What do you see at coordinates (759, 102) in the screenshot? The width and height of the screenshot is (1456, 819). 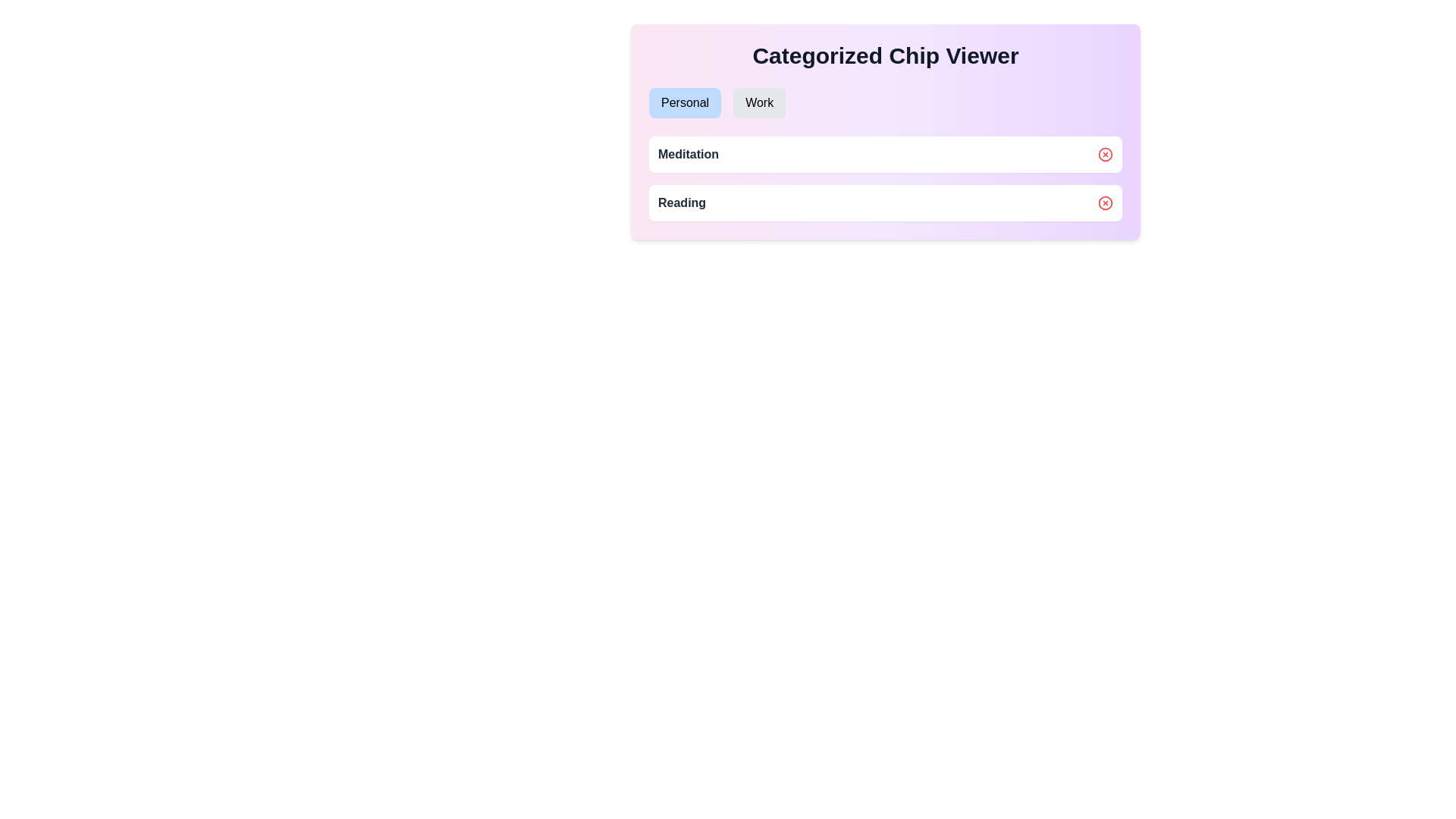 I see `the Work tab to switch the active view` at bounding box center [759, 102].